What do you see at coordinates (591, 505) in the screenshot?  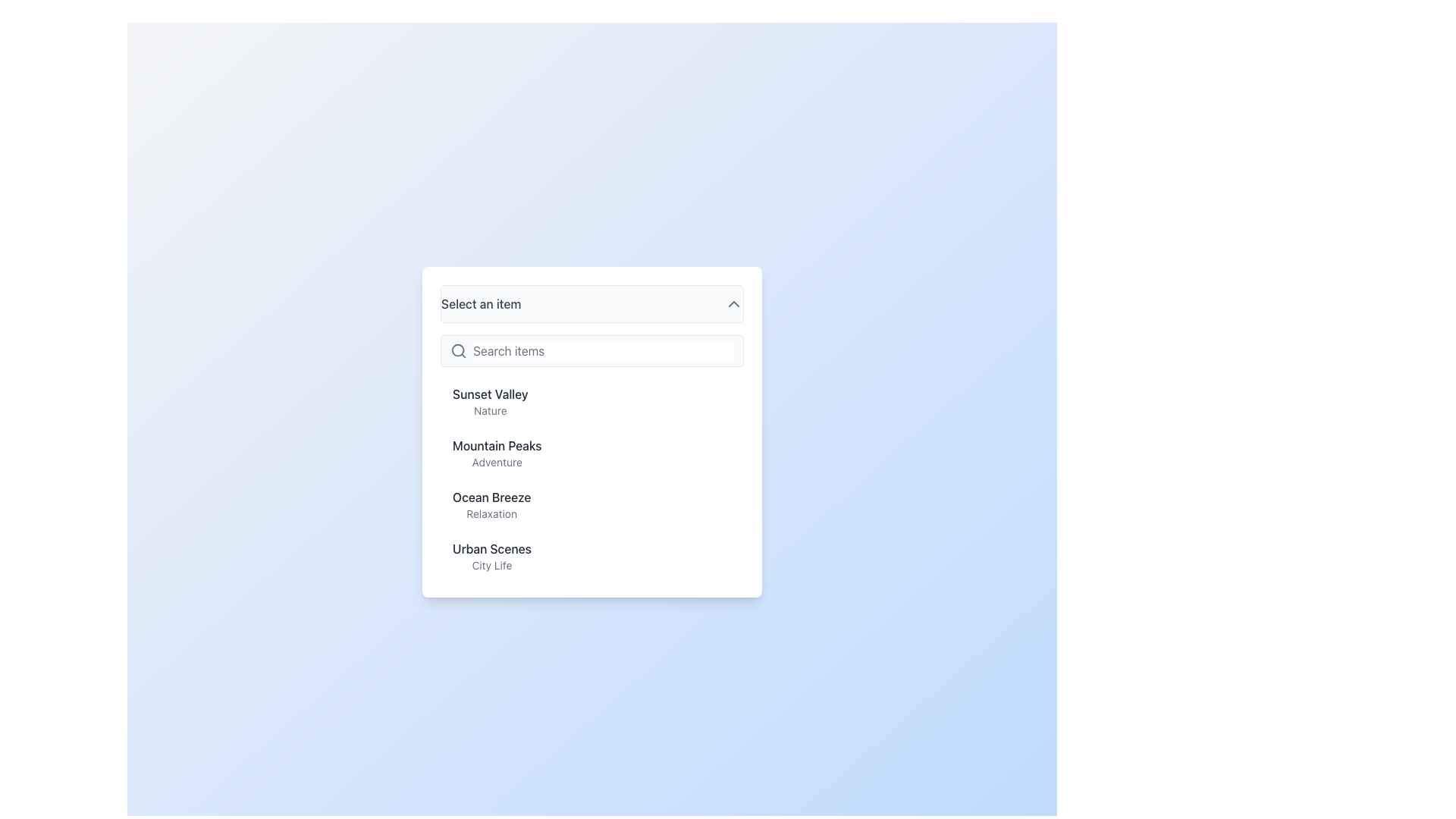 I see `the 'Ocean Breeze' selectable menu item, which is the third item in the list under 'Select an item'` at bounding box center [591, 505].